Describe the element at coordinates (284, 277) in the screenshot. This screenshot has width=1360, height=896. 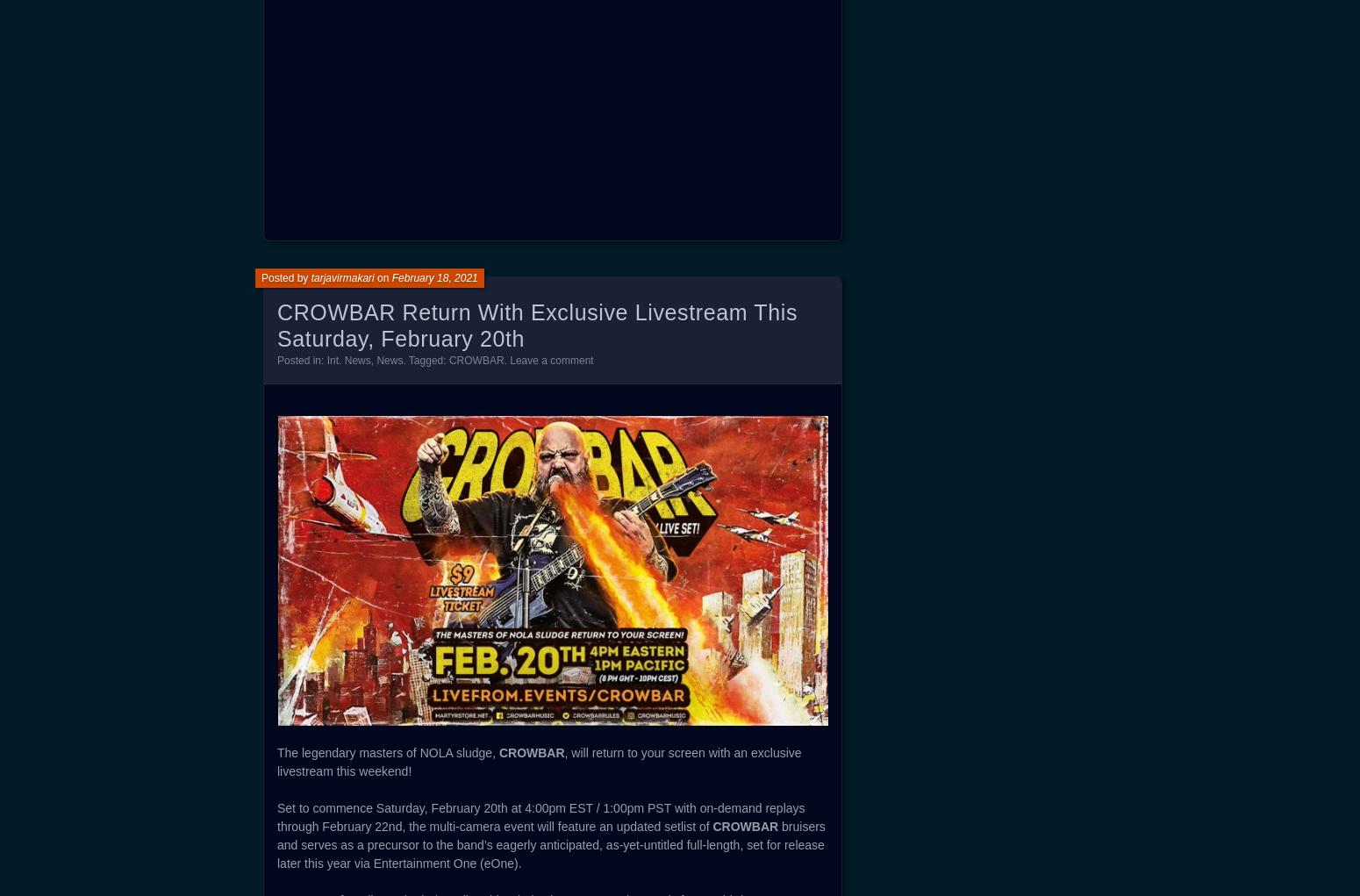
I see `'Posted by'` at that location.